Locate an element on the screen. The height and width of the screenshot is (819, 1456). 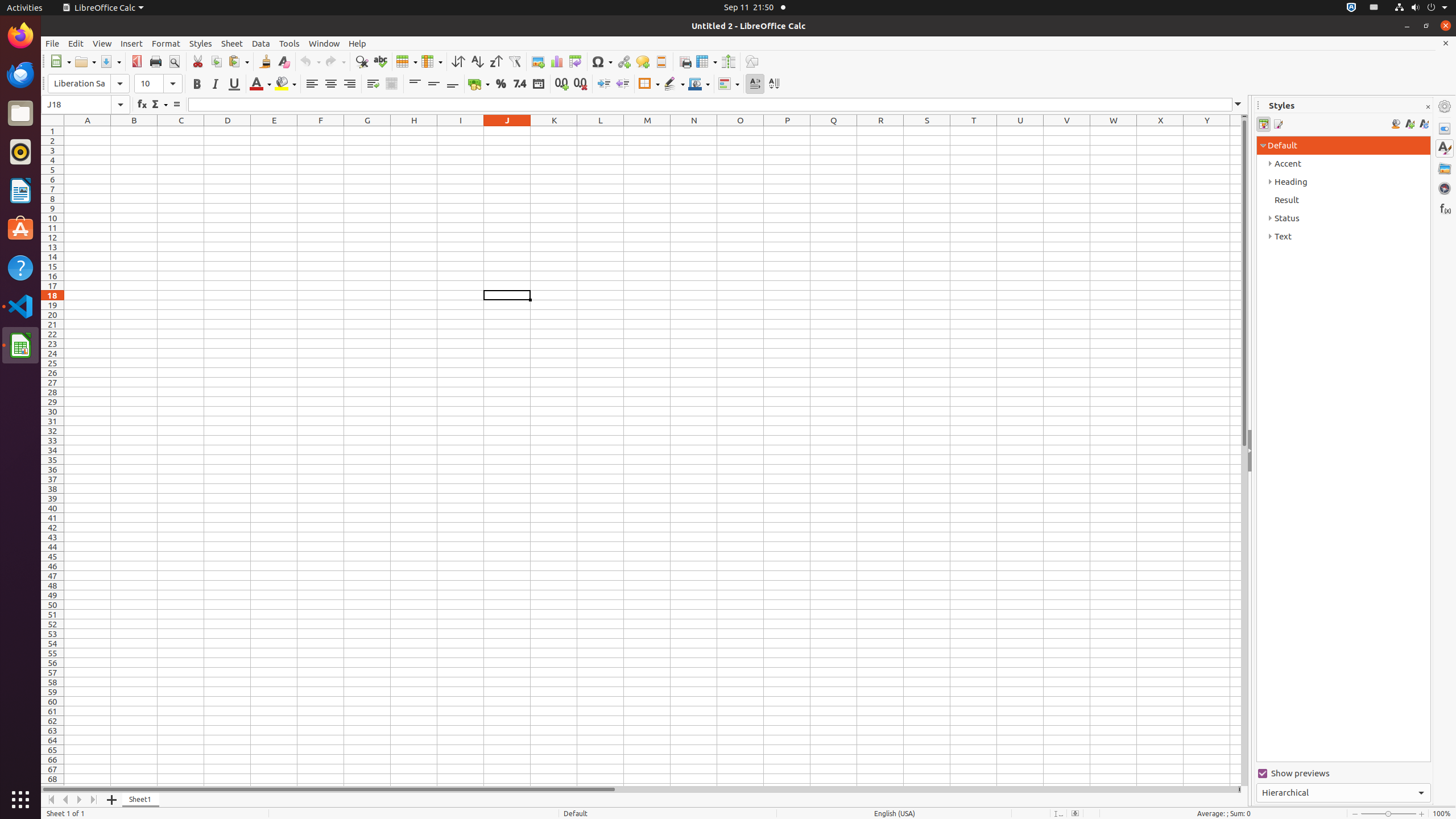
'L1' is located at coordinates (600, 130).